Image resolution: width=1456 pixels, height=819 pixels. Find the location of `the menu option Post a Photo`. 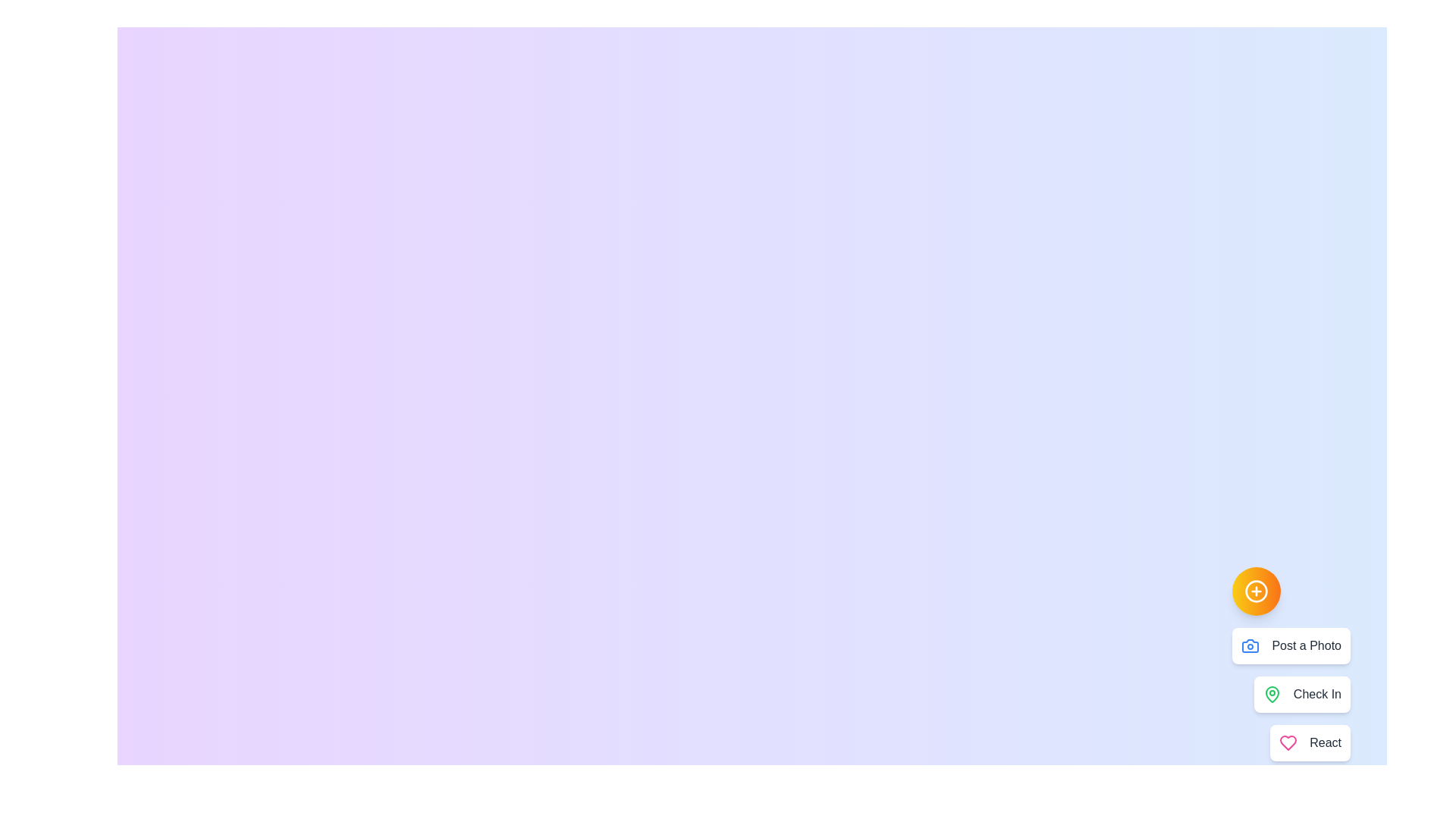

the menu option Post a Photo is located at coordinates (1291, 646).